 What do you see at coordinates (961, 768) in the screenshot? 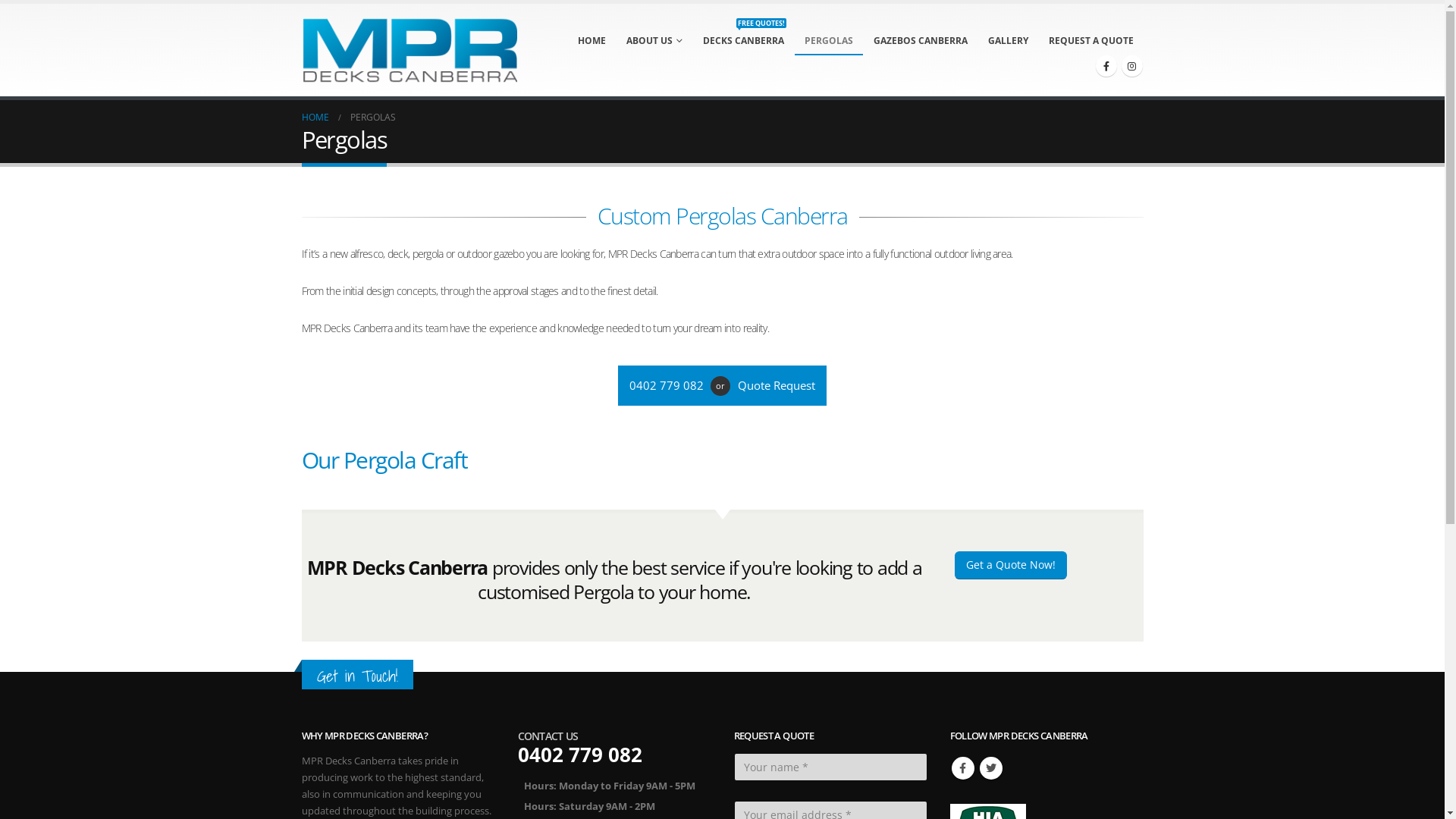
I see `'Facebook'` at bounding box center [961, 768].